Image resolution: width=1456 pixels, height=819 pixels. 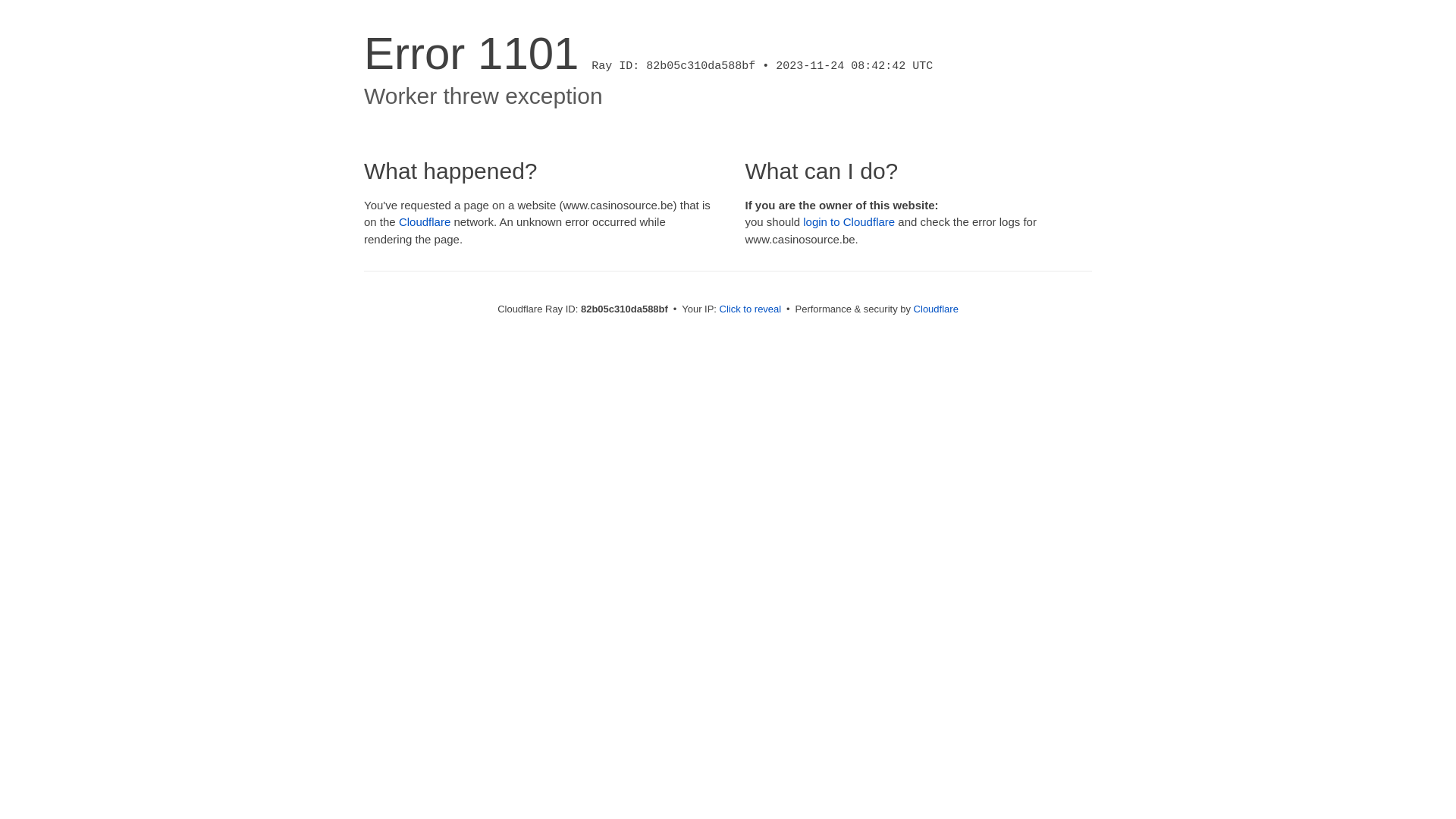 I want to click on 'Click to reveal', so click(x=750, y=309).